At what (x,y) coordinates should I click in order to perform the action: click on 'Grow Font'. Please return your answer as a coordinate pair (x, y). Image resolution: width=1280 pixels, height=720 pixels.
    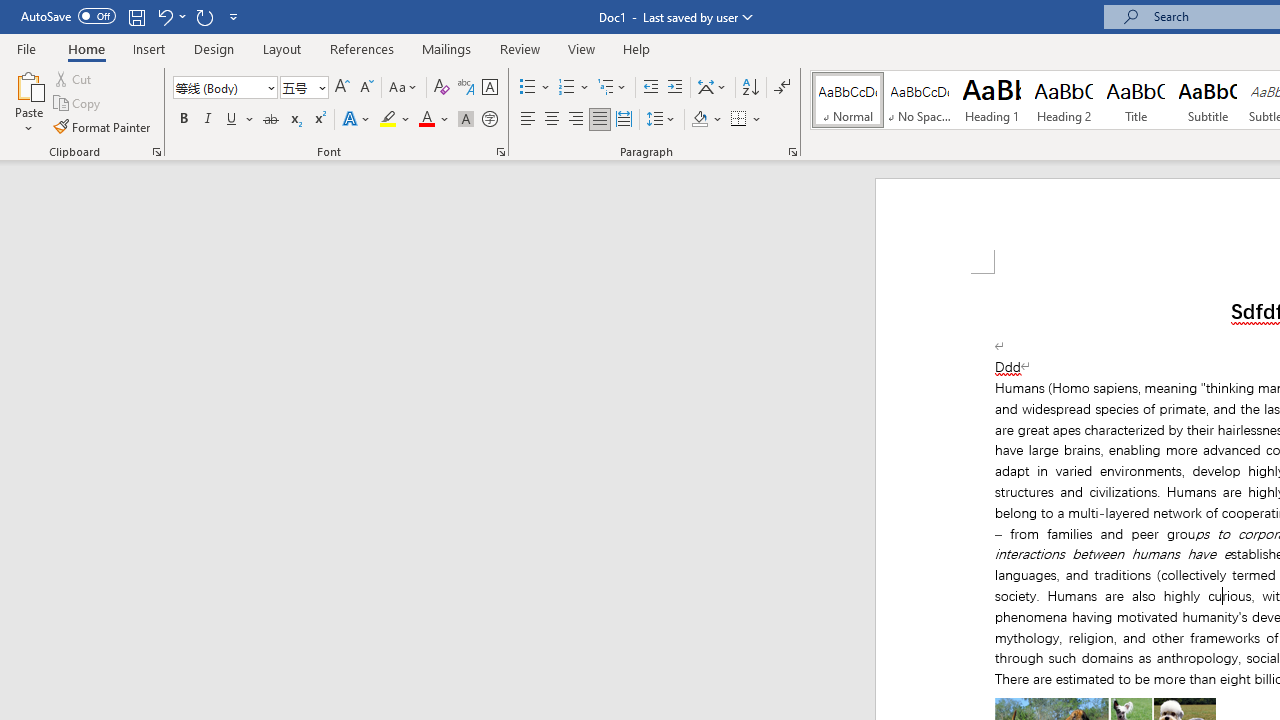
    Looking at the image, I should click on (342, 86).